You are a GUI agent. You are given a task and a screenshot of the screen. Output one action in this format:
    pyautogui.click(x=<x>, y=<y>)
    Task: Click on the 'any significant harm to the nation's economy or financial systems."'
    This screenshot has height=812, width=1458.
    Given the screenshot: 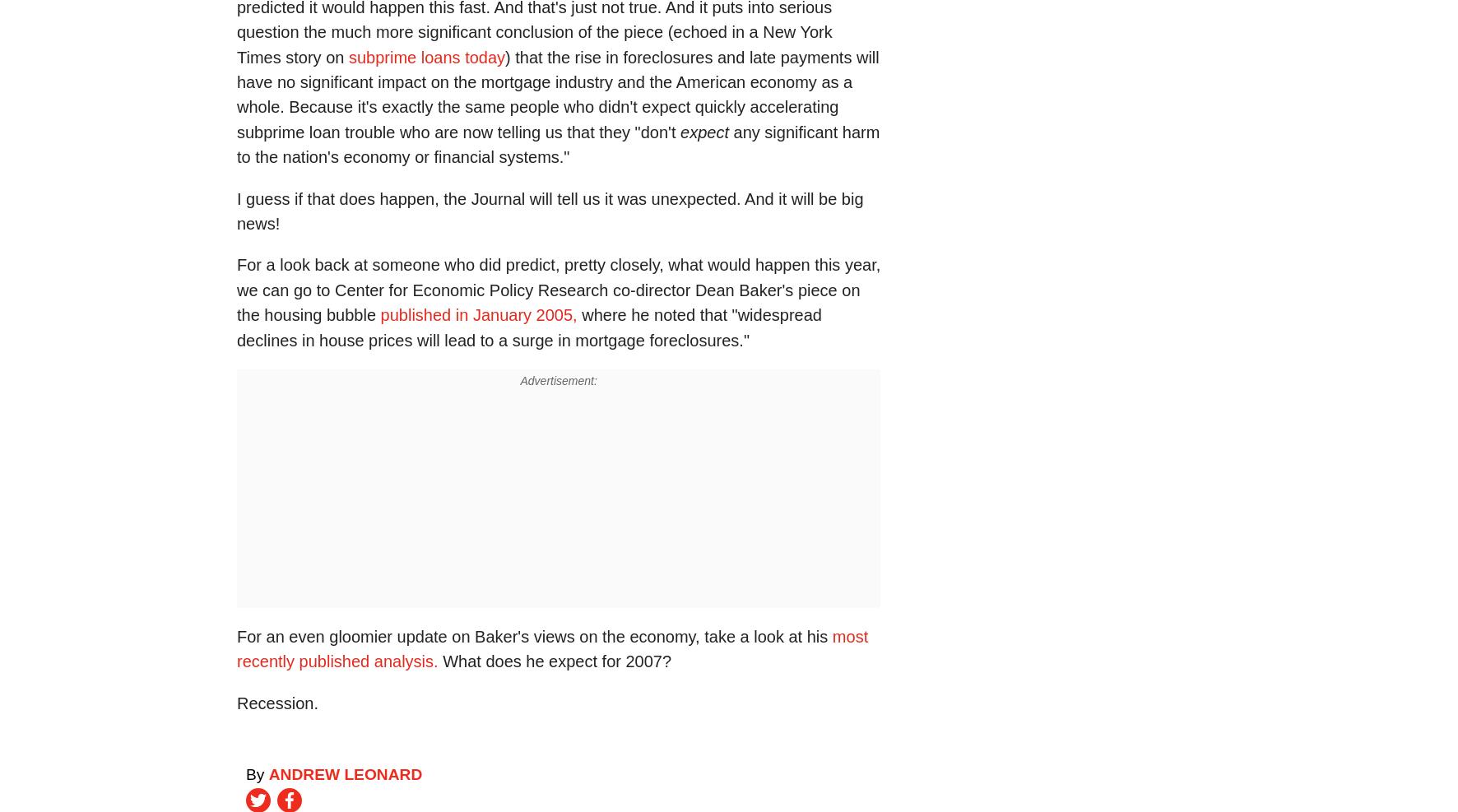 What is the action you would take?
    pyautogui.click(x=557, y=143)
    